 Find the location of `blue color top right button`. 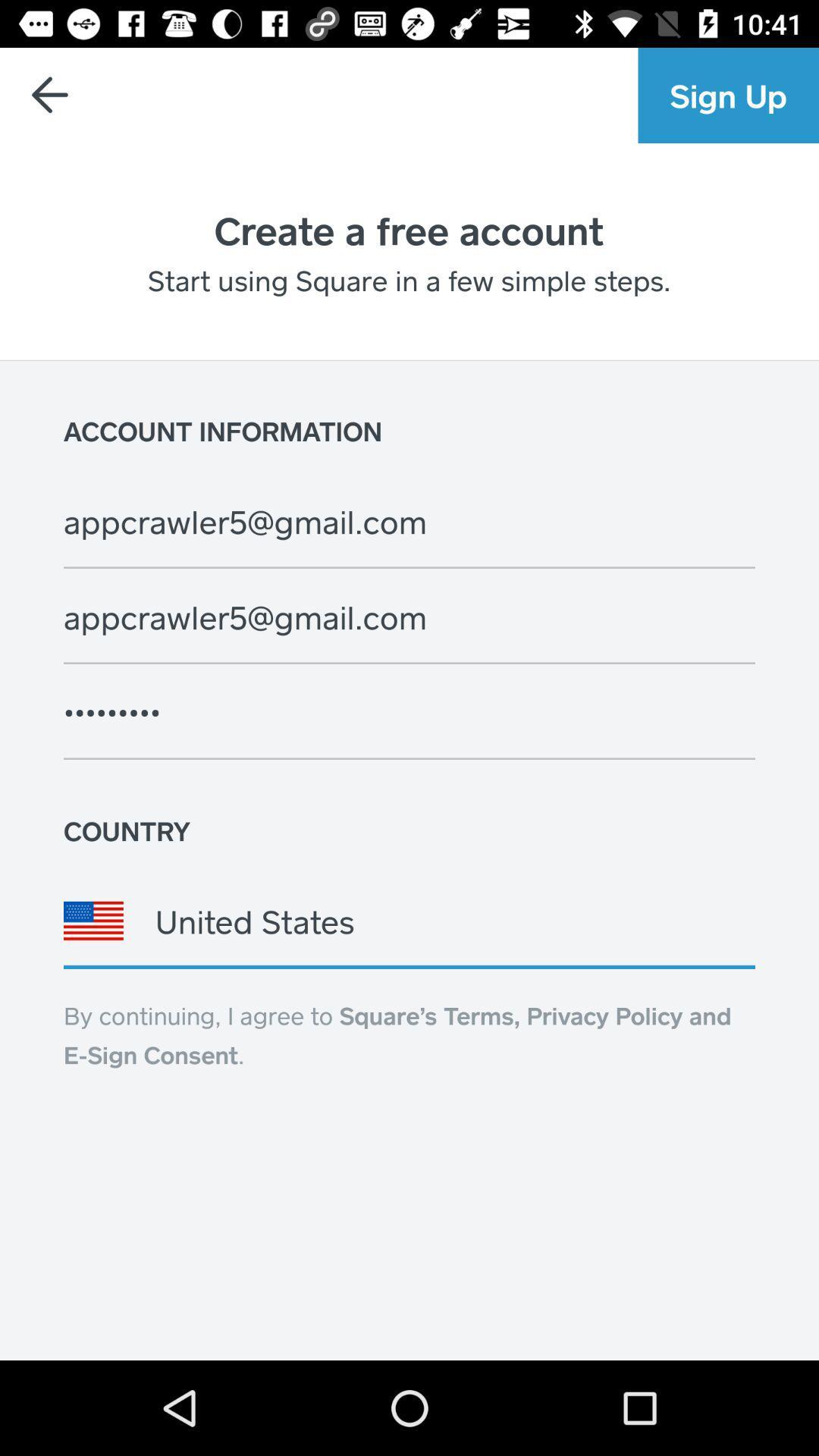

blue color top right button is located at coordinates (727, 94).